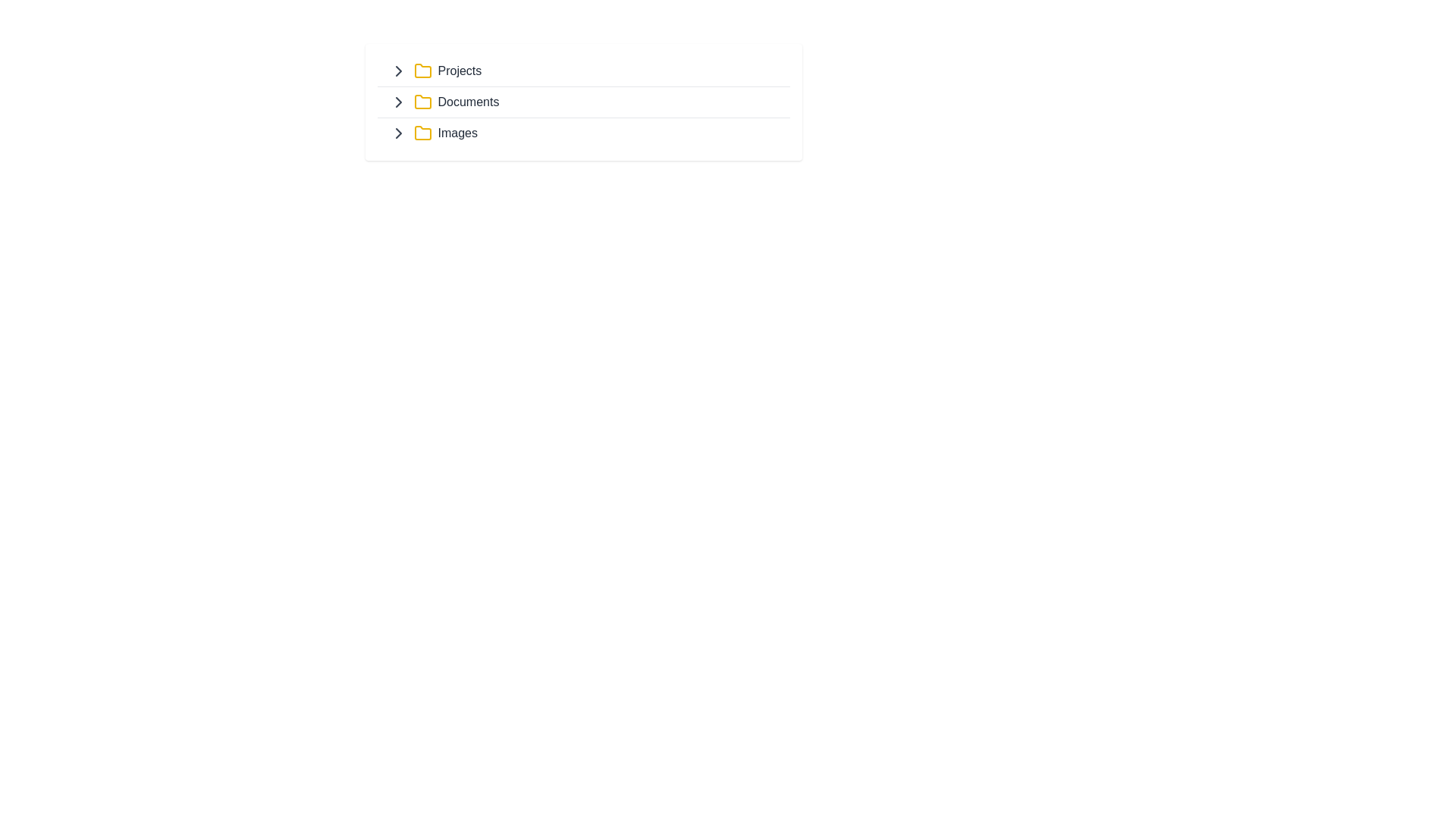 The width and height of the screenshot is (1456, 819). I want to click on the clickable list item labeled 'Images' which is the third row in a vertical list, following 'Projects' and 'Documents', so click(582, 133).